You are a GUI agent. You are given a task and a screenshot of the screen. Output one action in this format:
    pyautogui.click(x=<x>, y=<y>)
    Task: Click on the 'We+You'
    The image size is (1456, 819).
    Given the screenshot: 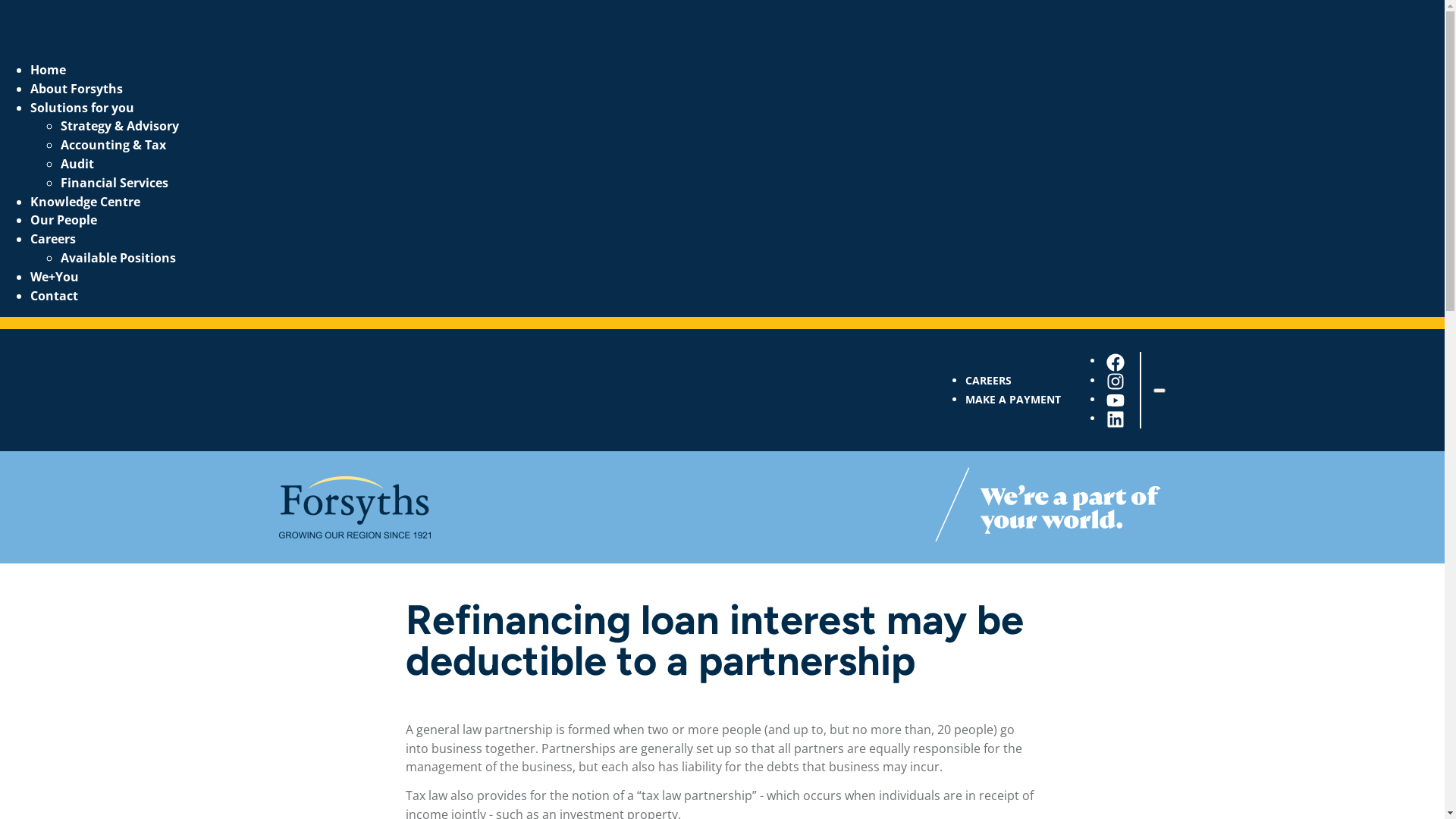 What is the action you would take?
    pyautogui.click(x=55, y=277)
    